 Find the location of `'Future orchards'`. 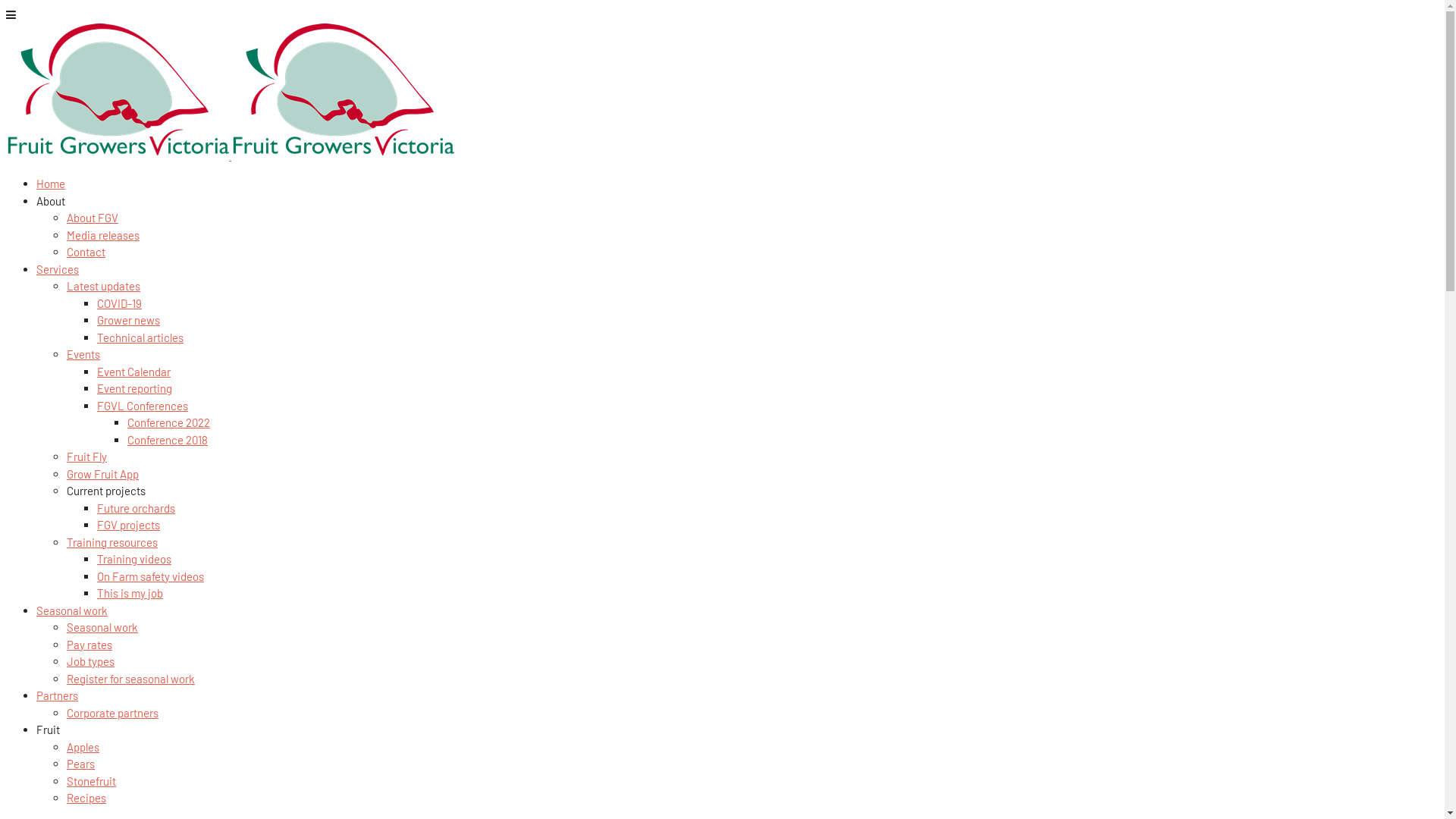

'Future orchards' is located at coordinates (96, 507).